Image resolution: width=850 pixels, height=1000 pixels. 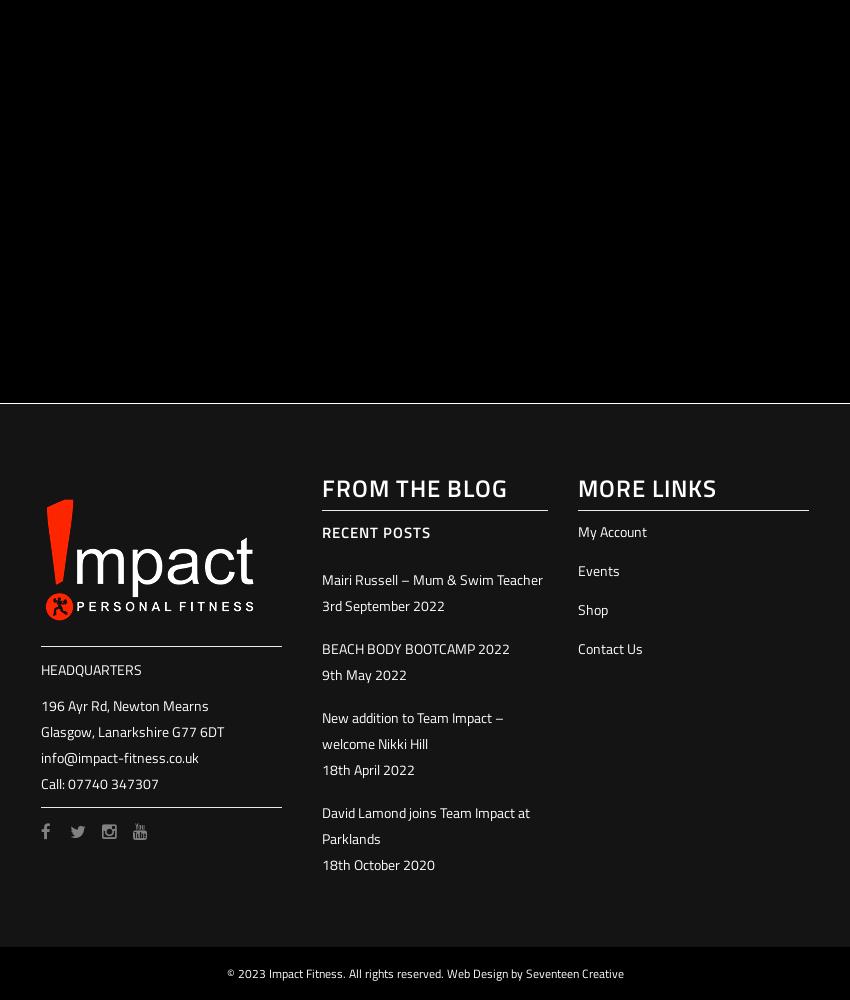 I want to click on '196 Ayr Rd, Newton Mearns', so click(x=39, y=704).